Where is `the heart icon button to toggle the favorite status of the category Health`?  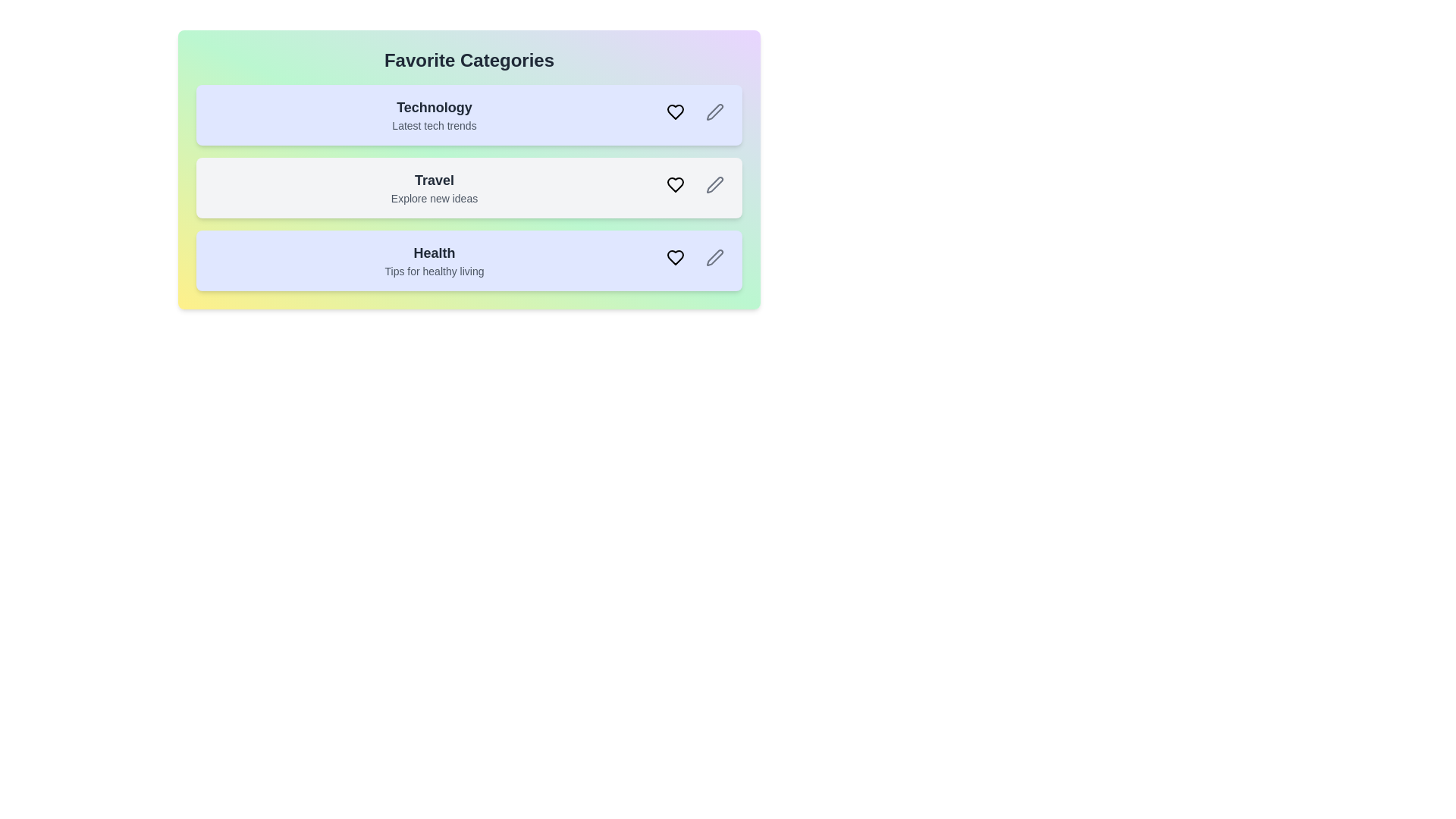 the heart icon button to toggle the favorite status of the category Health is located at coordinates (675, 256).